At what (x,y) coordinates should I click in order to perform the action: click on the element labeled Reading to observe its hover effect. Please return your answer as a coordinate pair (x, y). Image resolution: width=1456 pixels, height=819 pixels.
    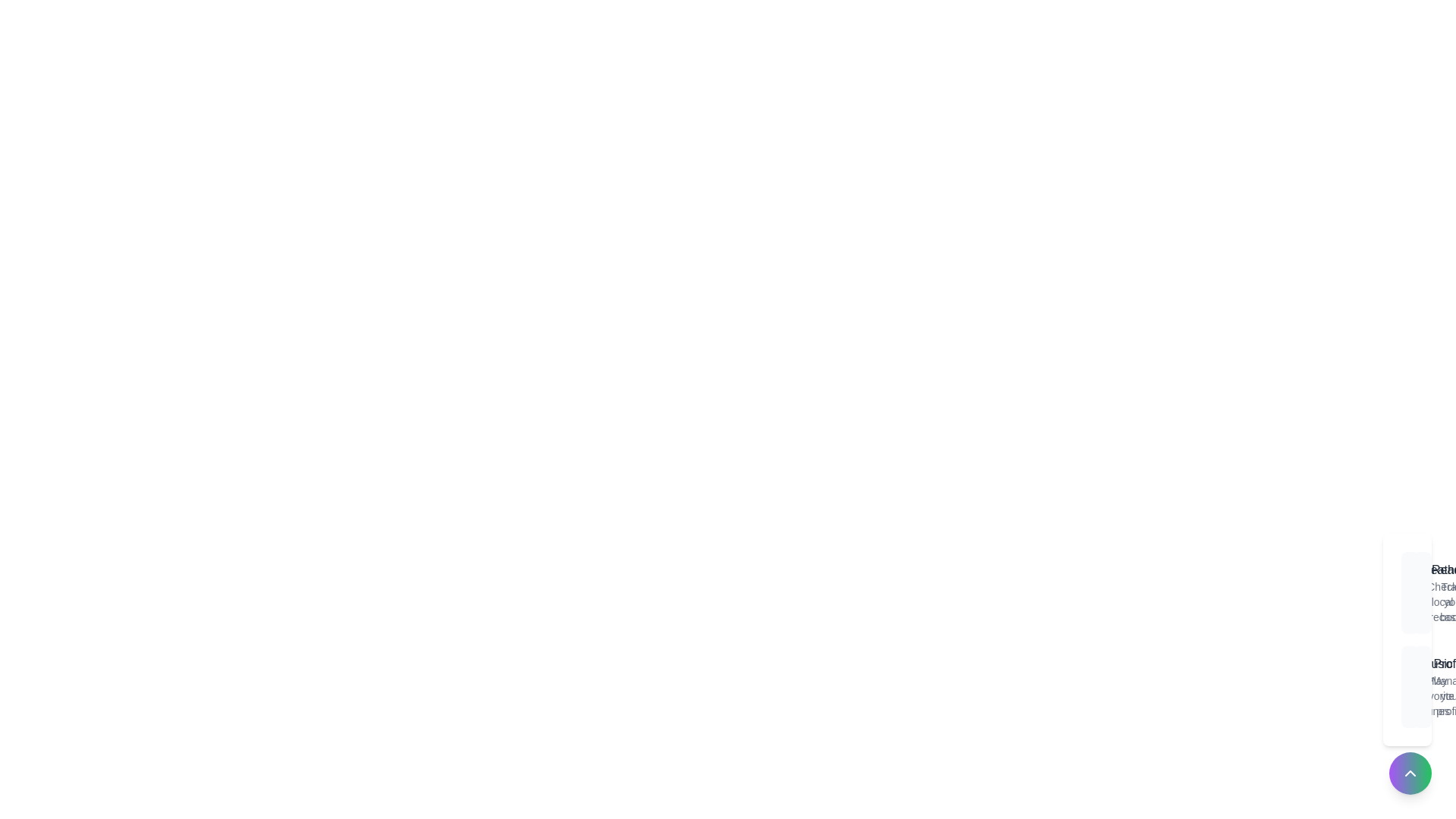
    Looking at the image, I should click on (1422, 592).